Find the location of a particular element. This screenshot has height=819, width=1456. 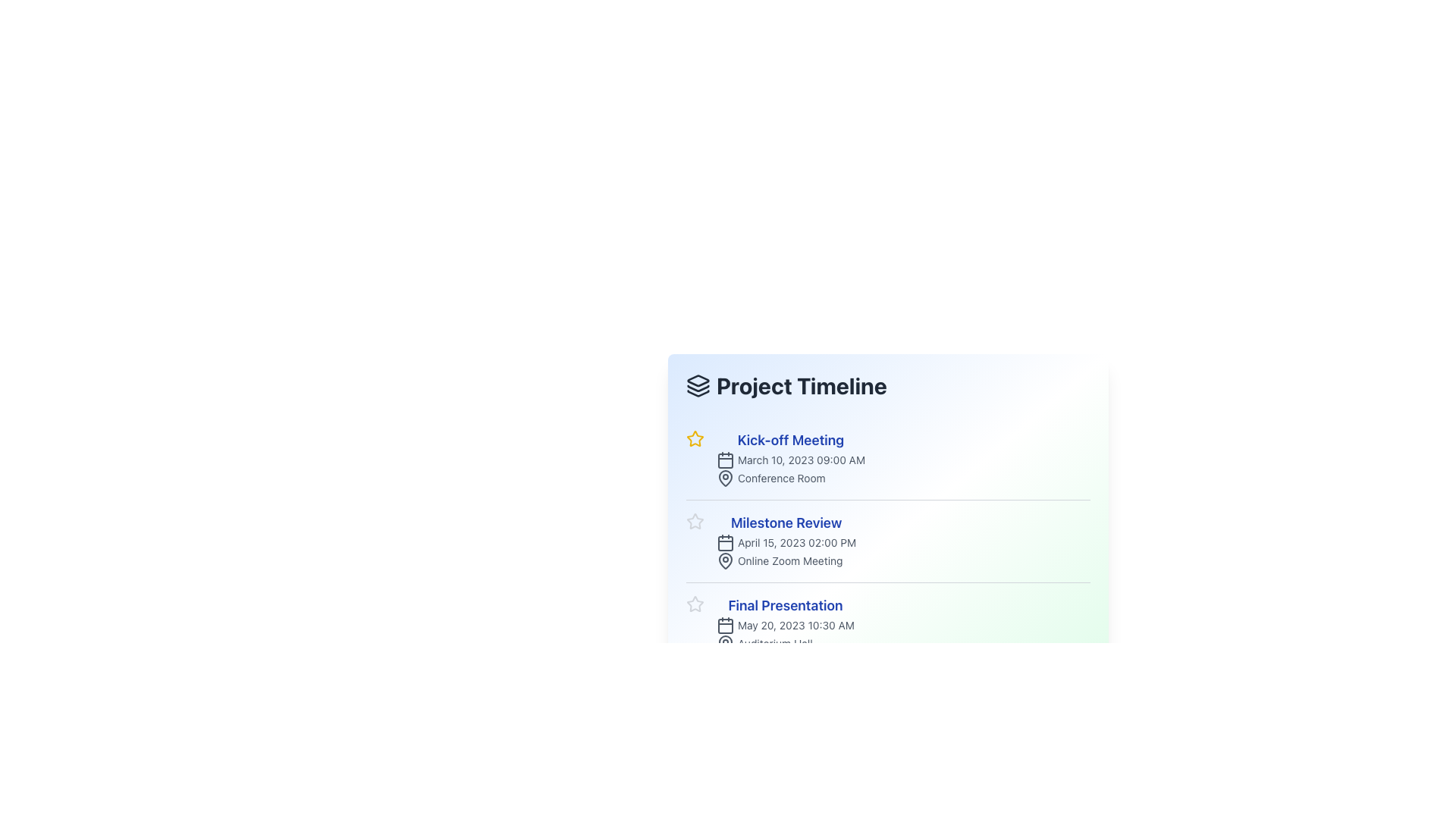

the text label displaying 'Final Presentation', which is styled with a large, bold, blue font and is positioned in the lower section of a vertical timeline layout is located at coordinates (786, 604).